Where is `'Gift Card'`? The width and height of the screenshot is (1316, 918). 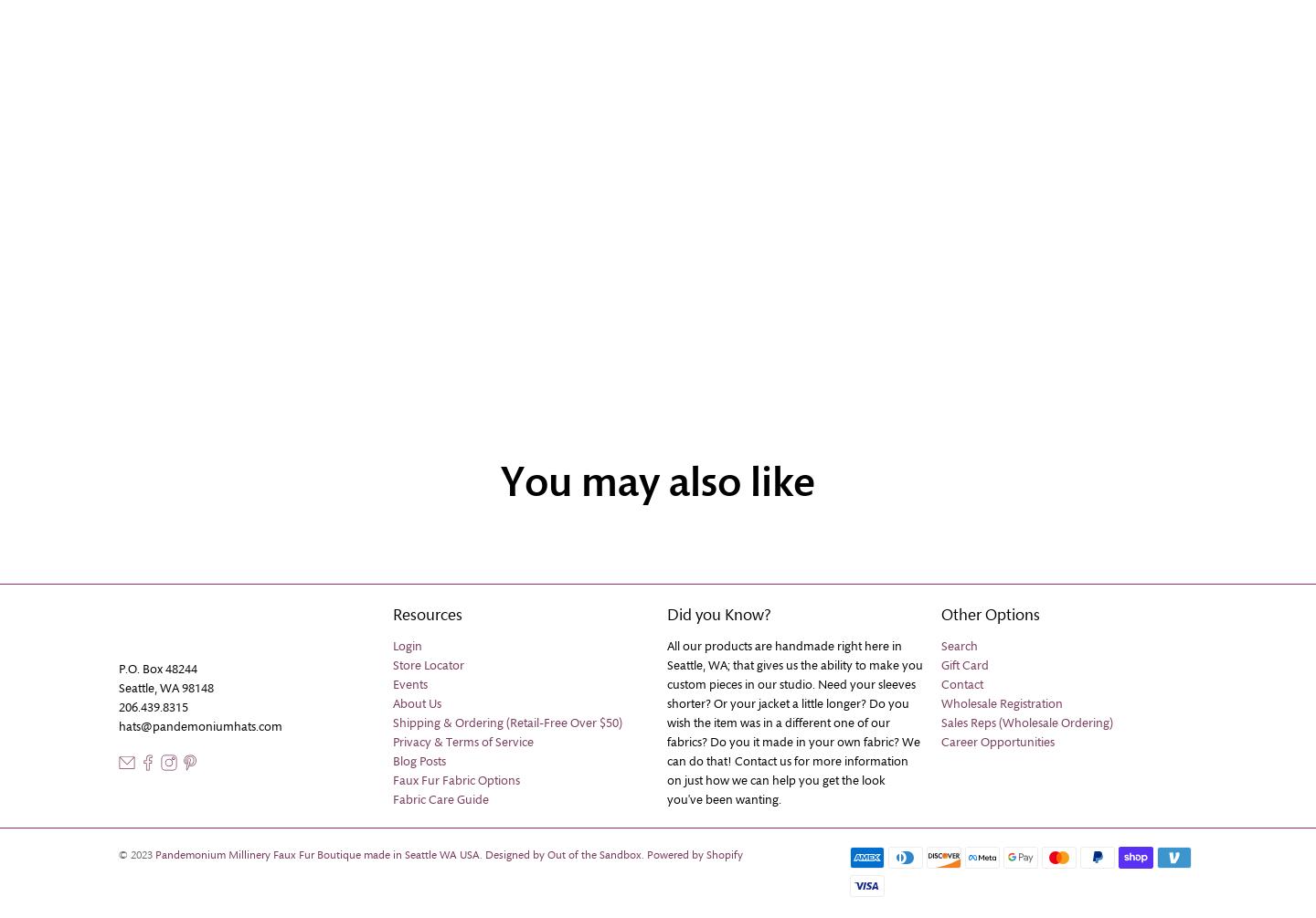
'Gift Card' is located at coordinates (964, 665).